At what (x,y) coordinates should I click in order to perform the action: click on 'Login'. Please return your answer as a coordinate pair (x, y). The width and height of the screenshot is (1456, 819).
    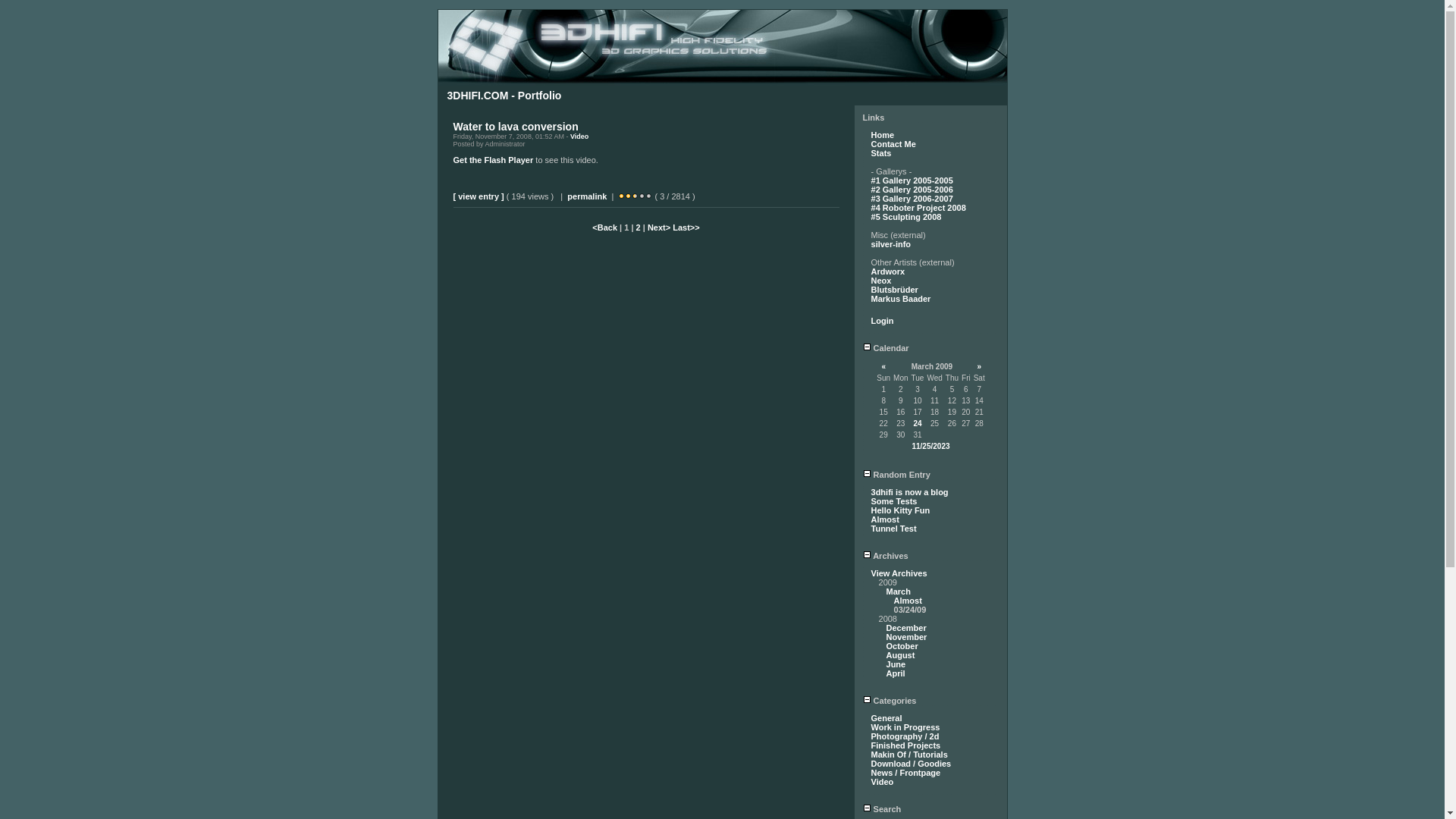
    Looking at the image, I should click on (882, 320).